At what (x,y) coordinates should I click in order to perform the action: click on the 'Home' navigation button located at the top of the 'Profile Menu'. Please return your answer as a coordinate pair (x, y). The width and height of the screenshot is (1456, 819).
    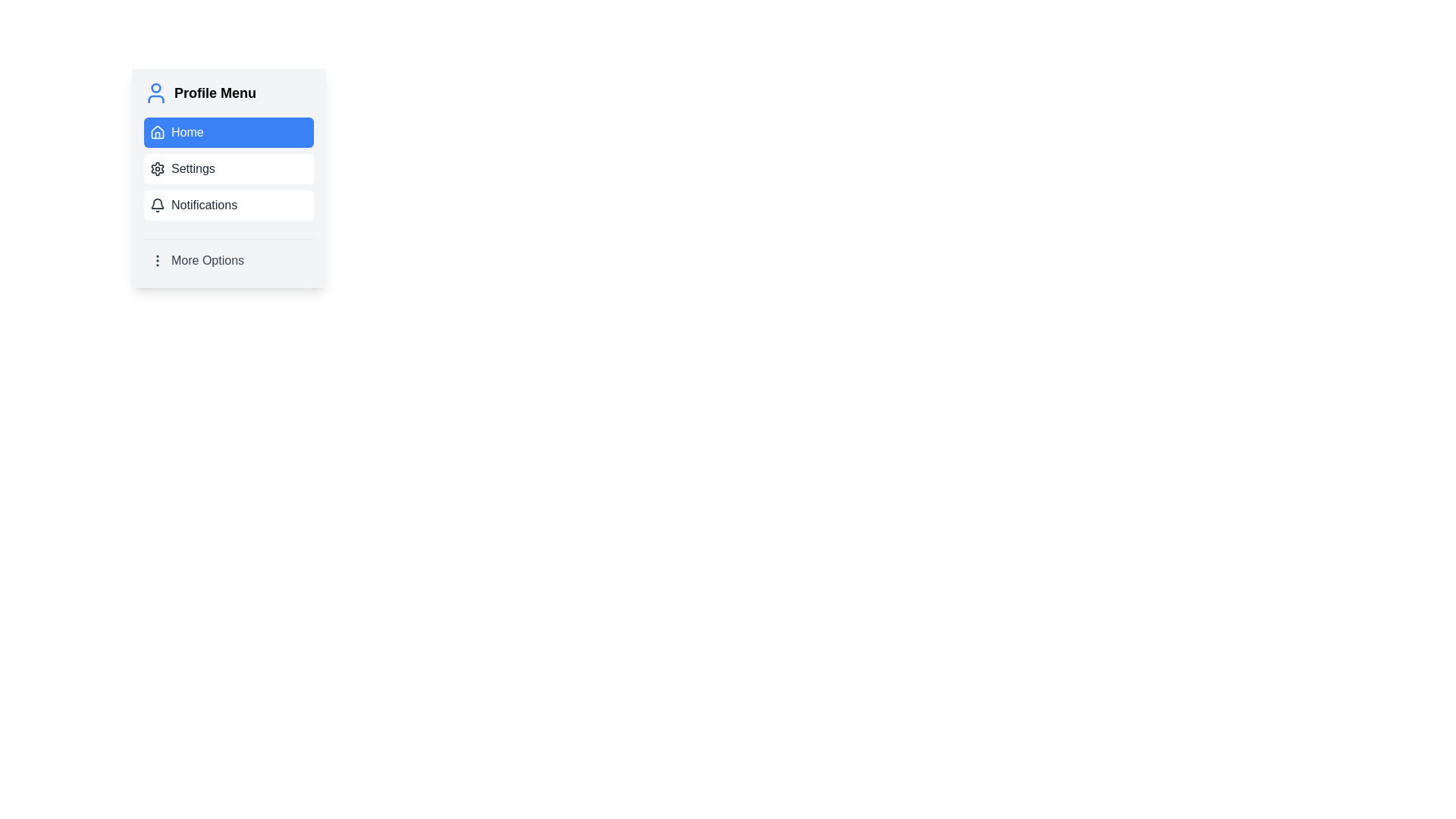
    Looking at the image, I should click on (228, 131).